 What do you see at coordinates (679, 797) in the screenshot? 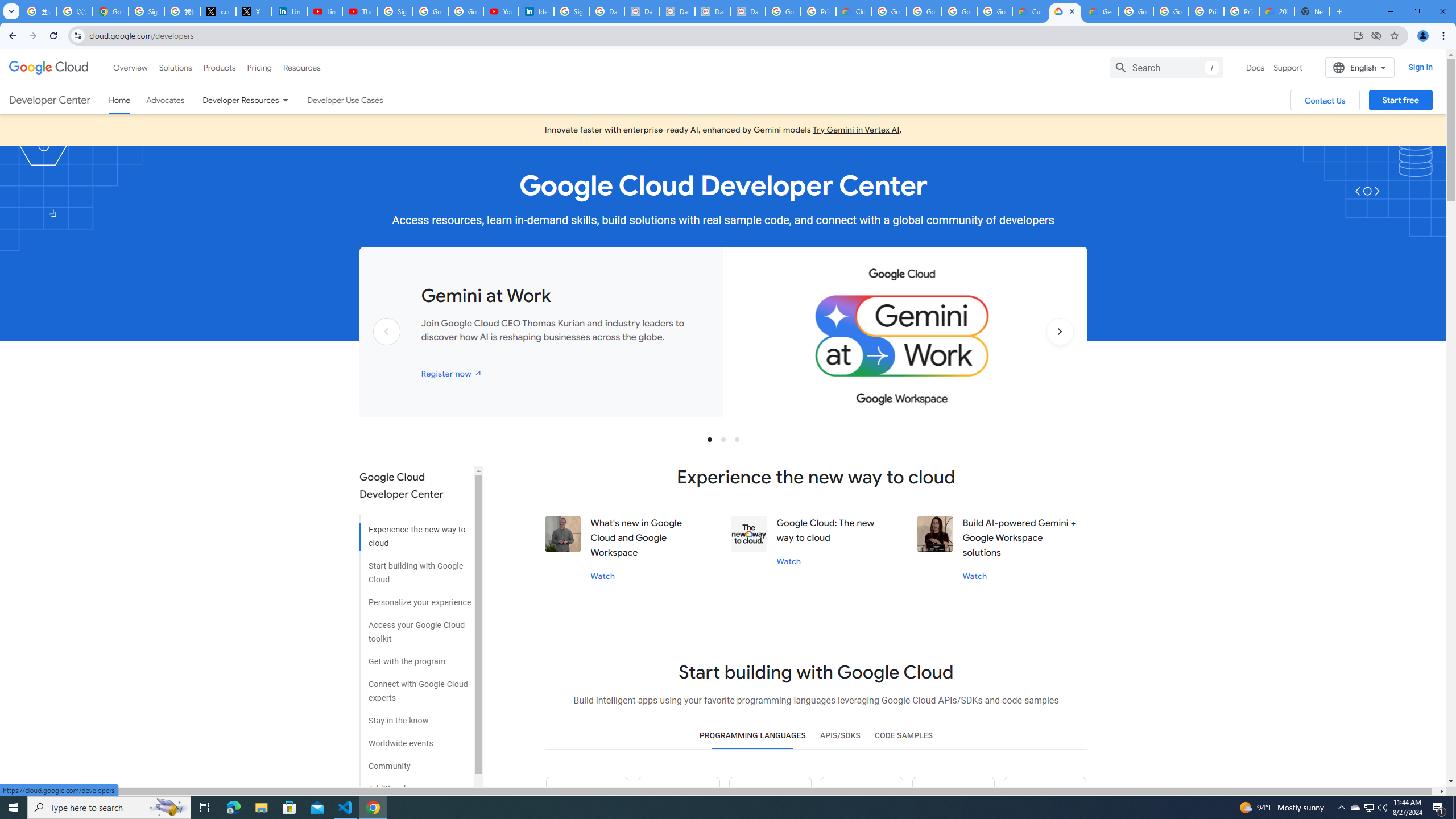
I see `'Java icon'` at bounding box center [679, 797].